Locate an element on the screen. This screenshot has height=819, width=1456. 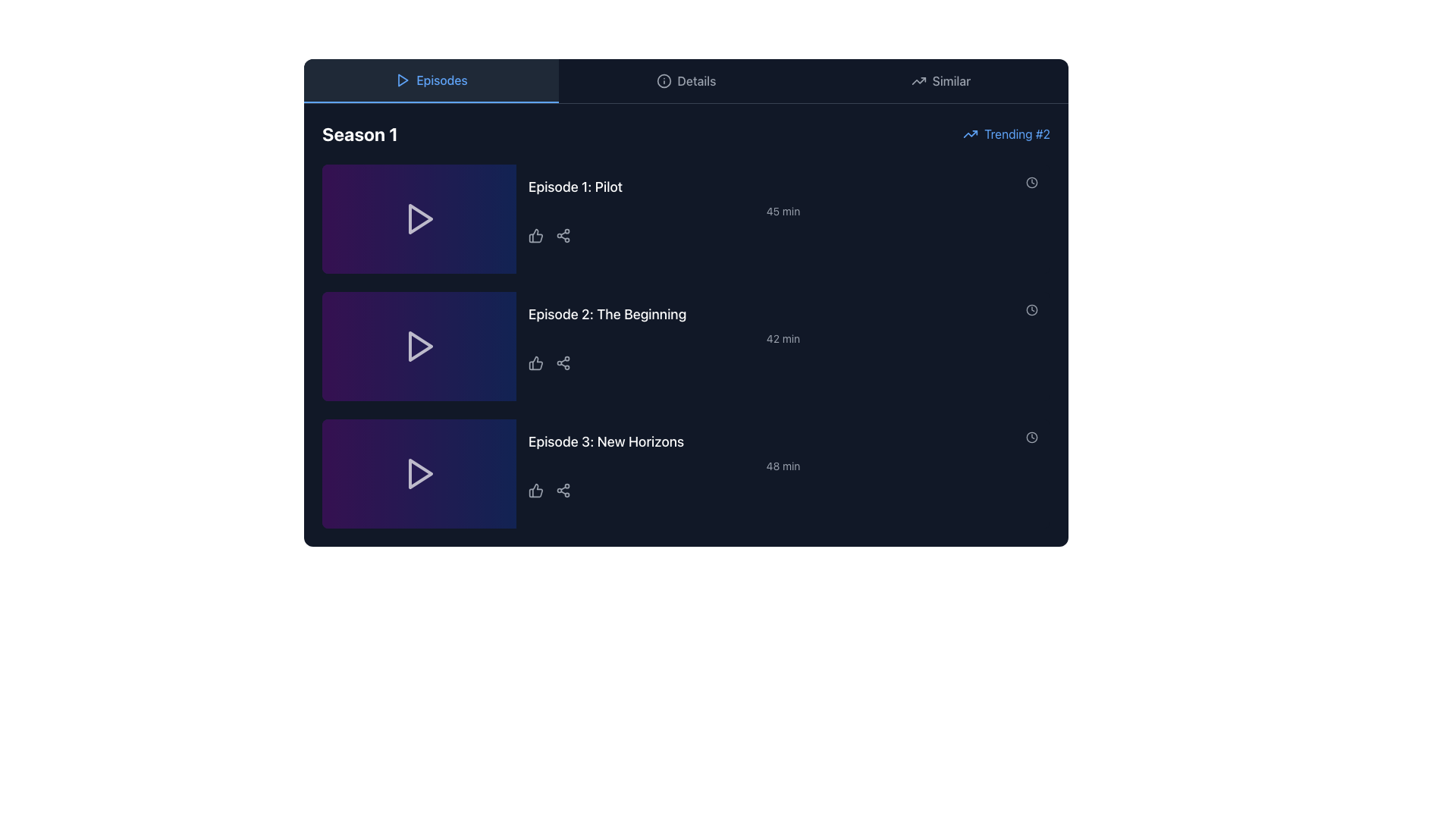
the clock icon located to the far right of the label 'Episode 2: The Beginning.' is located at coordinates (1031, 309).